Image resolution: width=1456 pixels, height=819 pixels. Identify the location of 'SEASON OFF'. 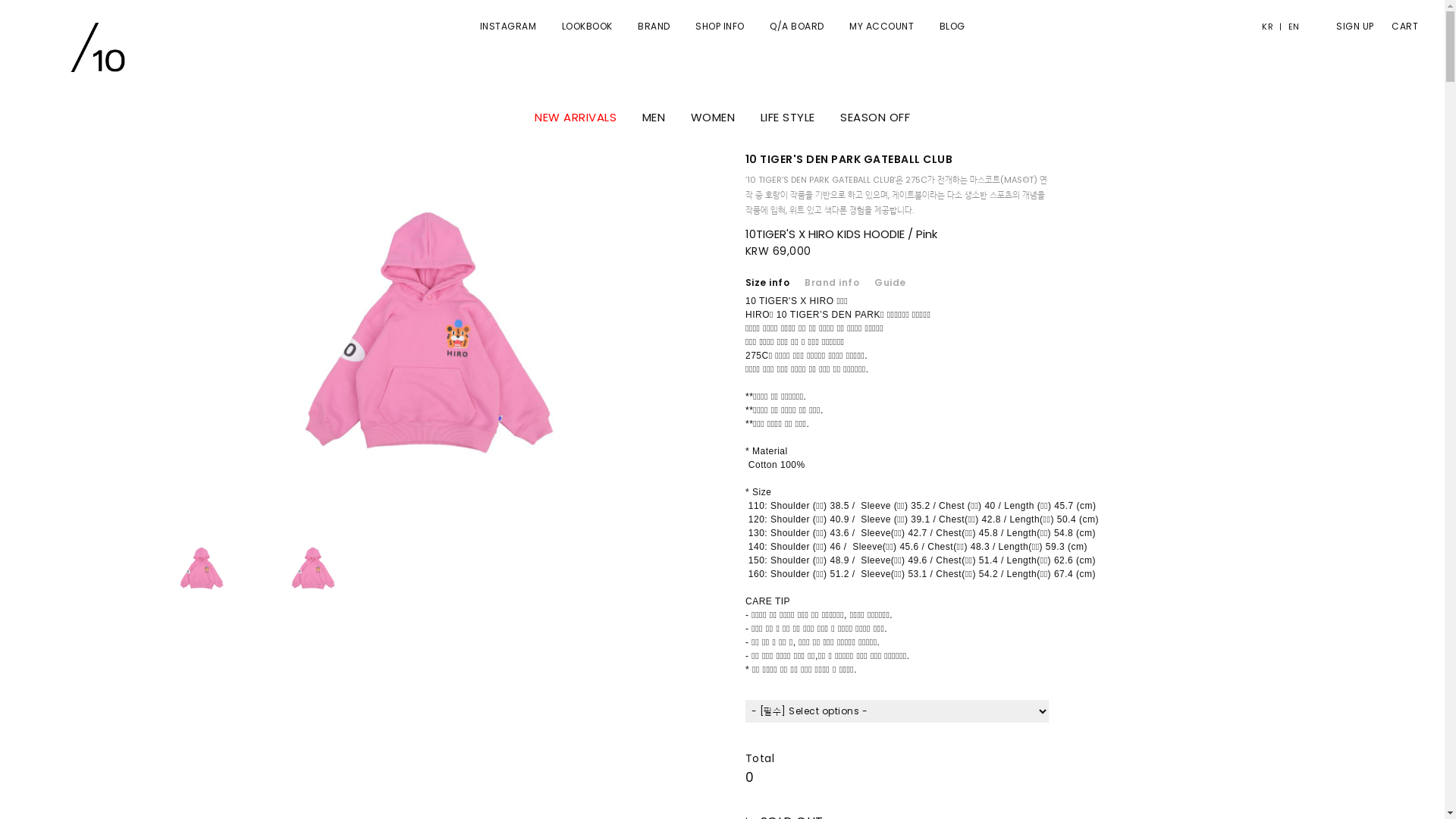
(874, 116).